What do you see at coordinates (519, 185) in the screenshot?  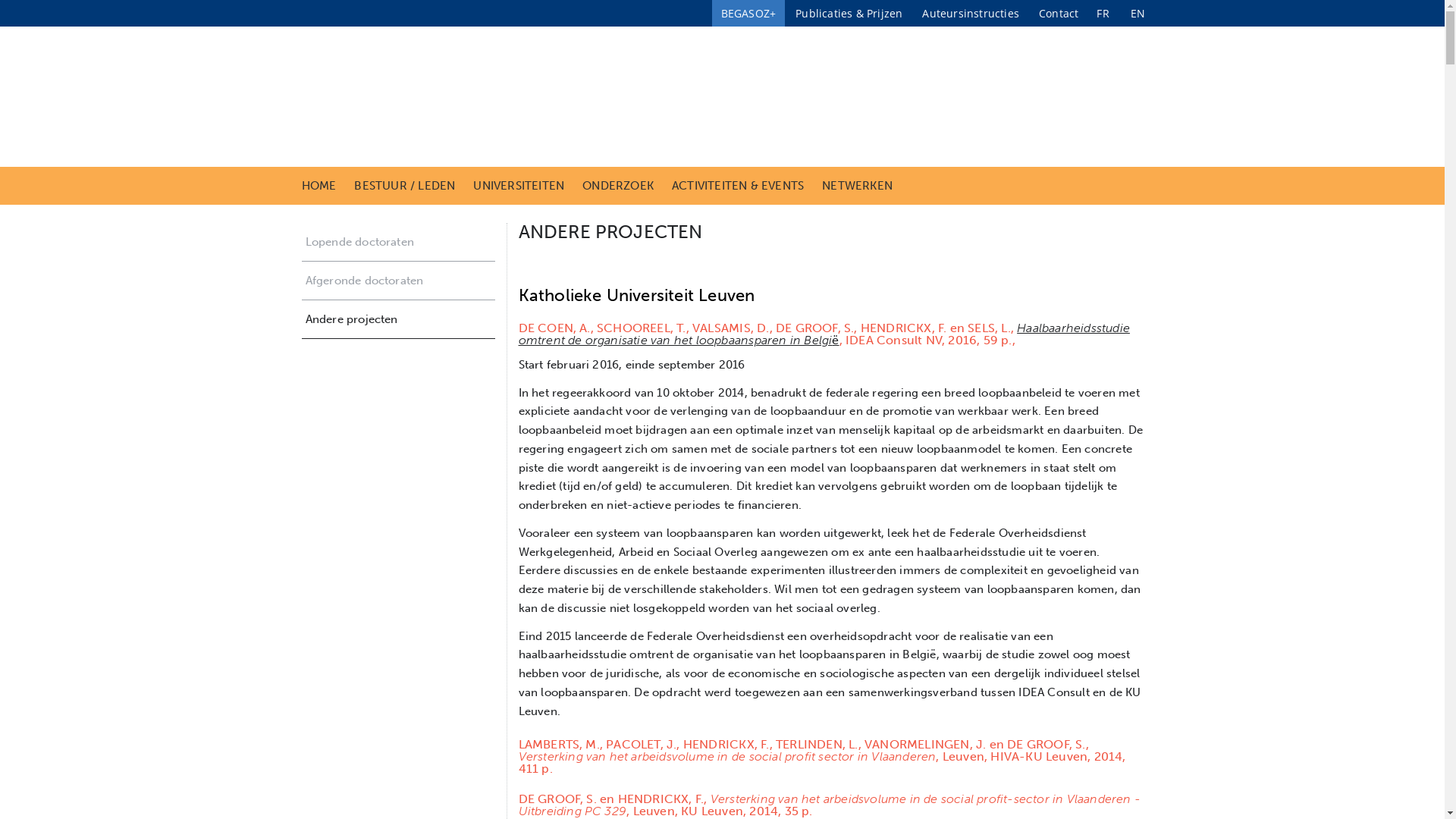 I see `'UNIVERSITEITEN'` at bounding box center [519, 185].